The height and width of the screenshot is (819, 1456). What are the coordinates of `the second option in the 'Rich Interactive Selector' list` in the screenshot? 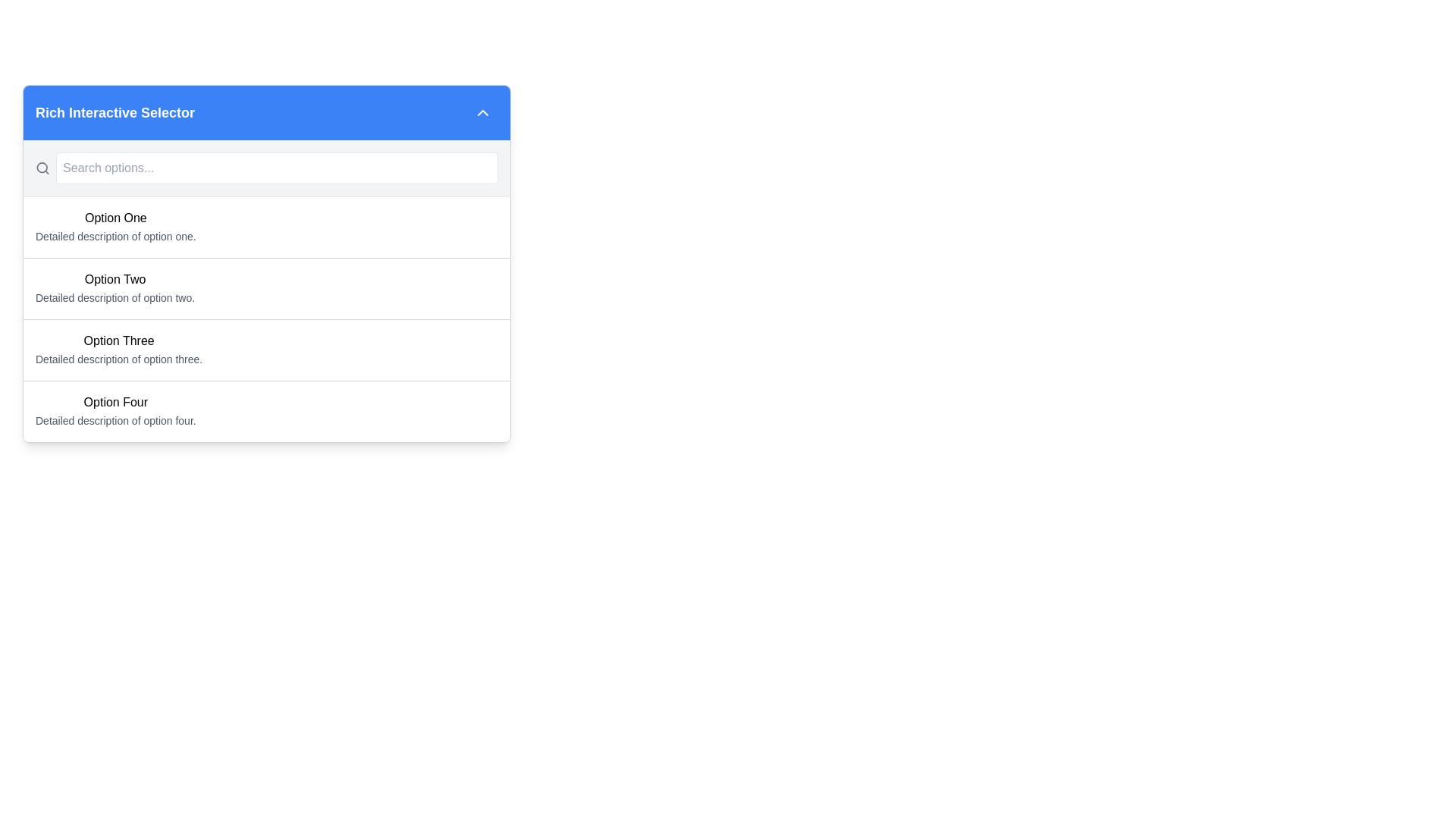 It's located at (266, 262).